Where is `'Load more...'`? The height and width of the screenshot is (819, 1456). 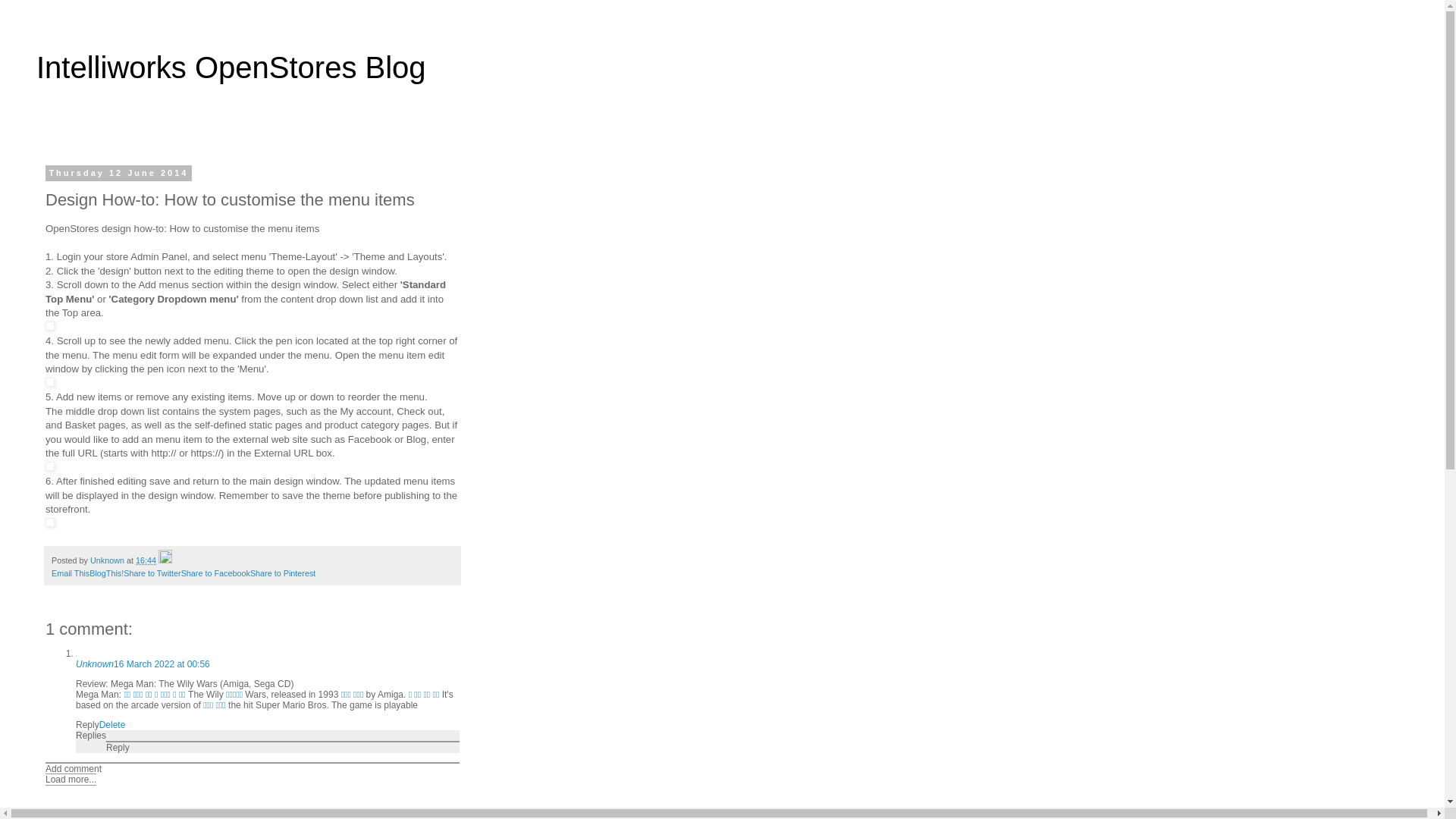 'Load more...' is located at coordinates (70, 780).